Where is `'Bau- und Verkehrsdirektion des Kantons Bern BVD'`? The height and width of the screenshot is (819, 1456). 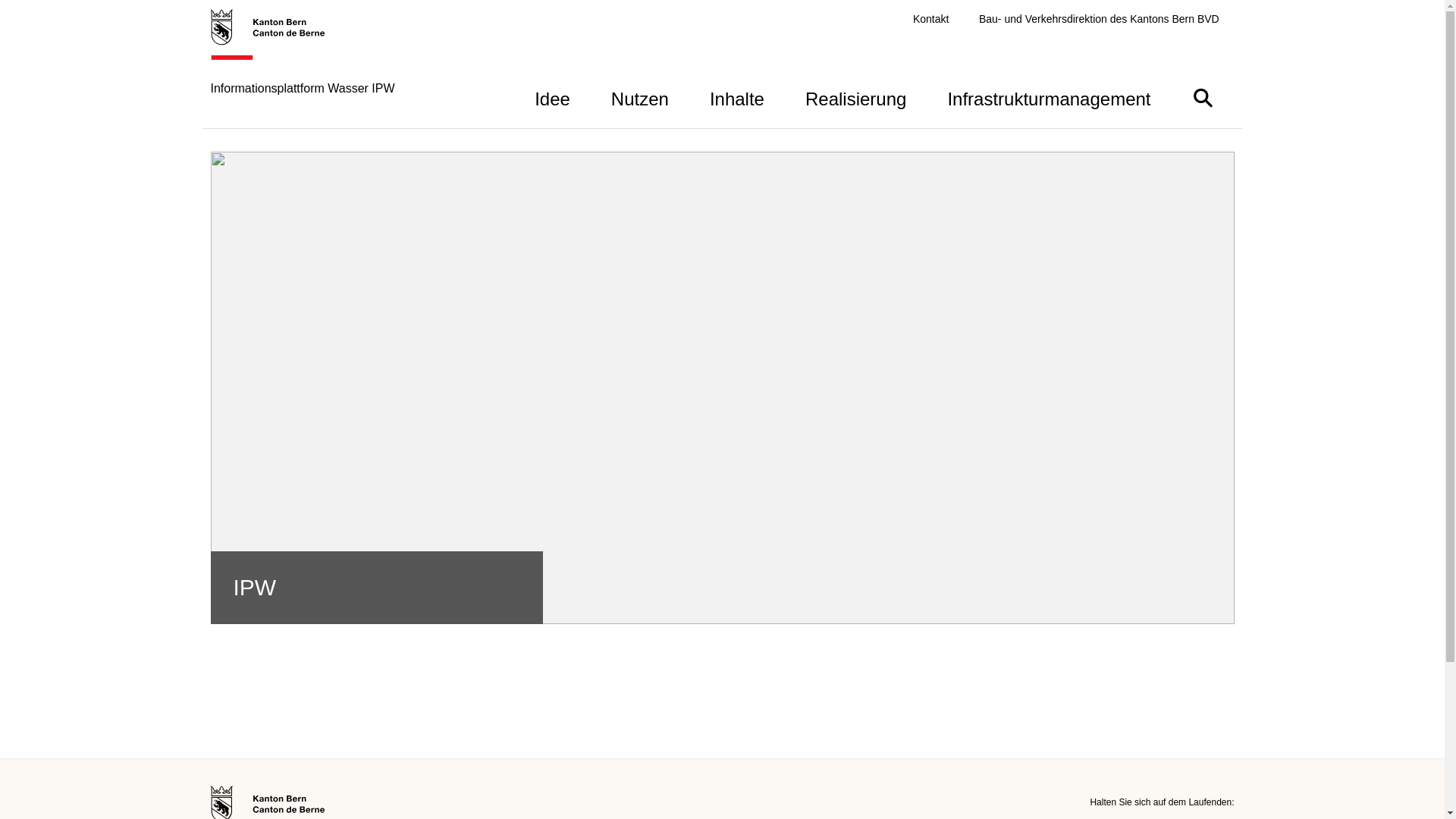
'Bau- und Verkehrsdirektion des Kantons Bern BVD' is located at coordinates (1099, 19).